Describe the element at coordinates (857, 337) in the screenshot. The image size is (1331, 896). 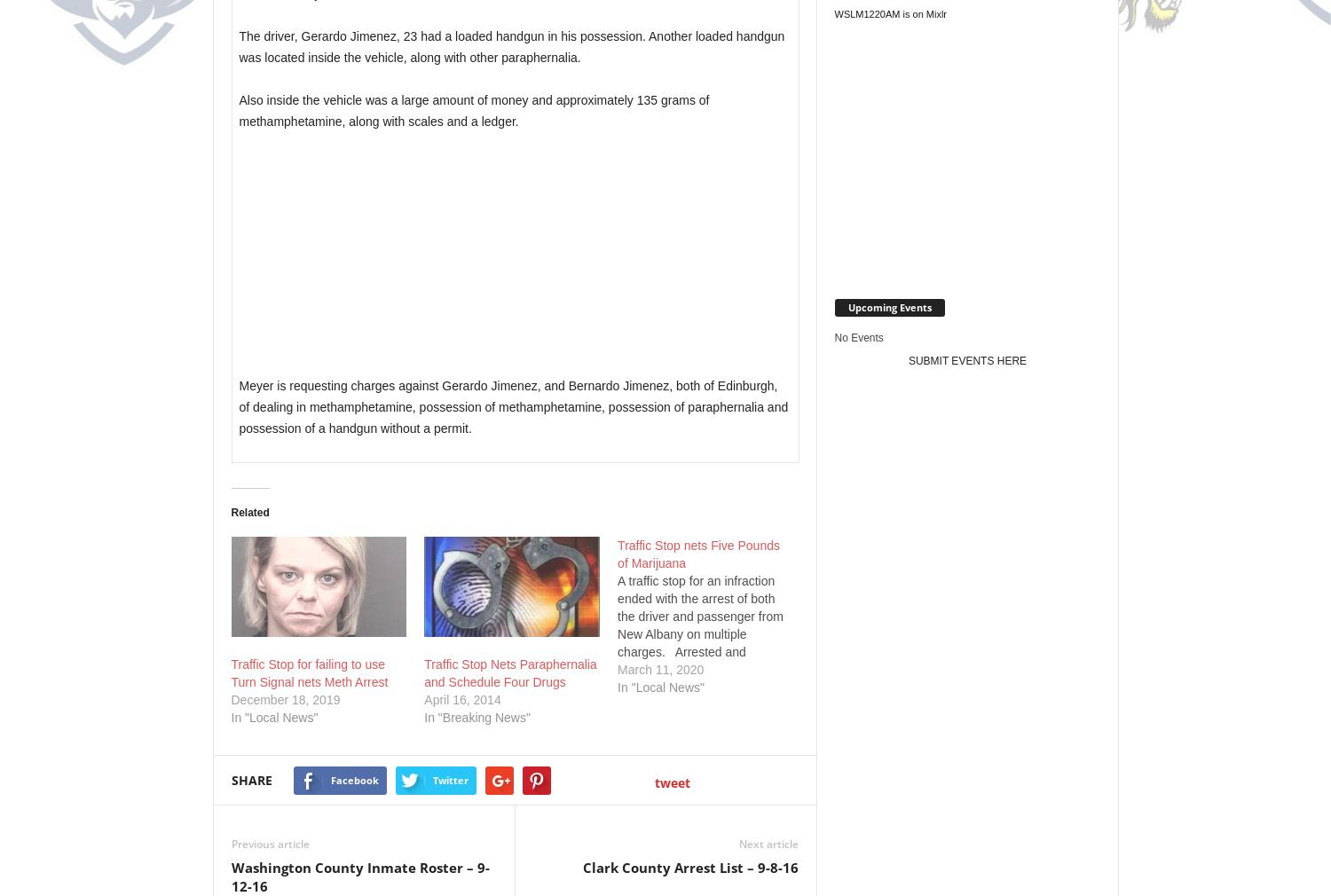
I see `'No Events'` at that location.